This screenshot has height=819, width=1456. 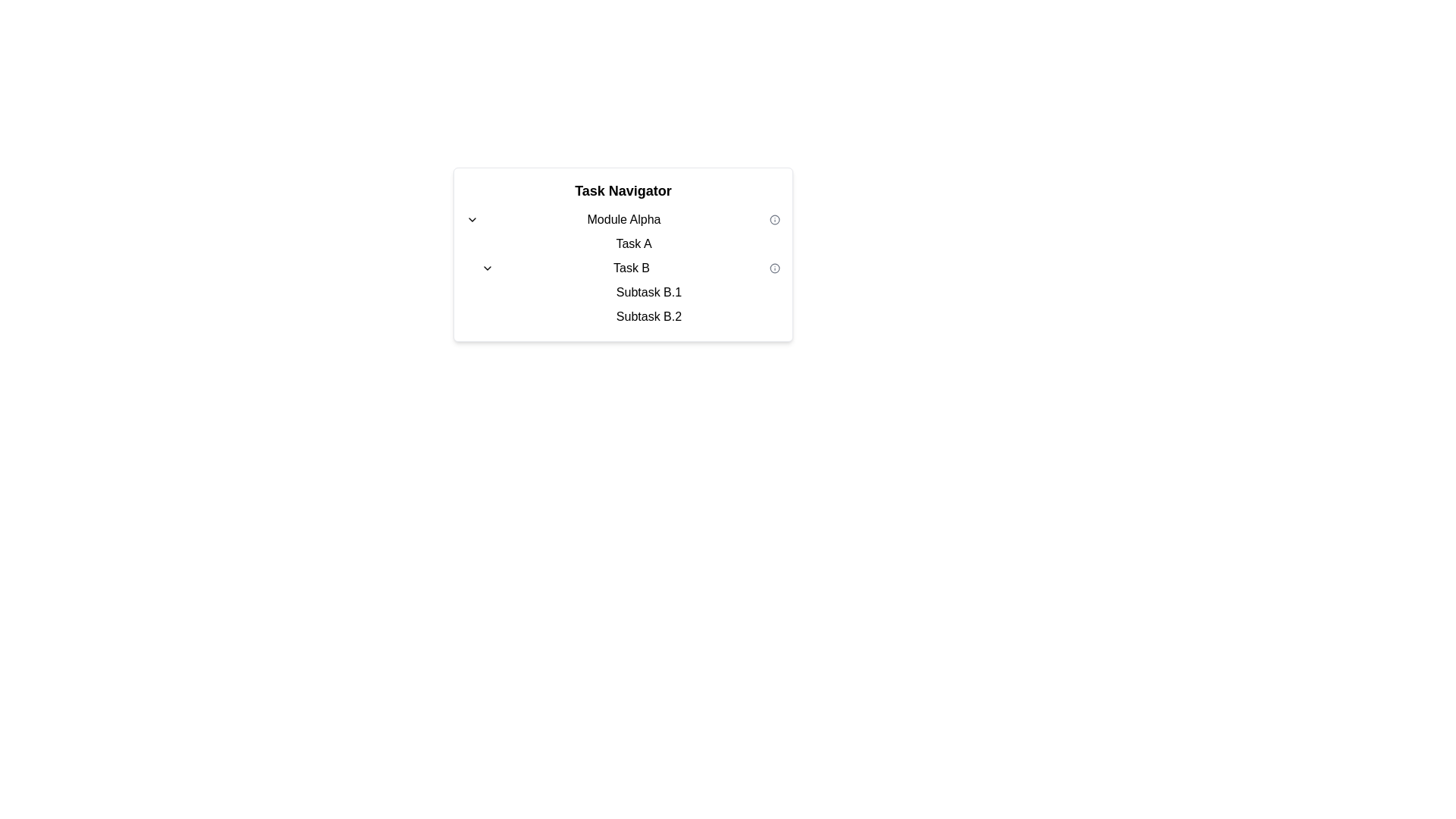 What do you see at coordinates (645, 315) in the screenshot?
I see `the text element labeled 'Subtask B.2' in the hierarchical navigation menu` at bounding box center [645, 315].